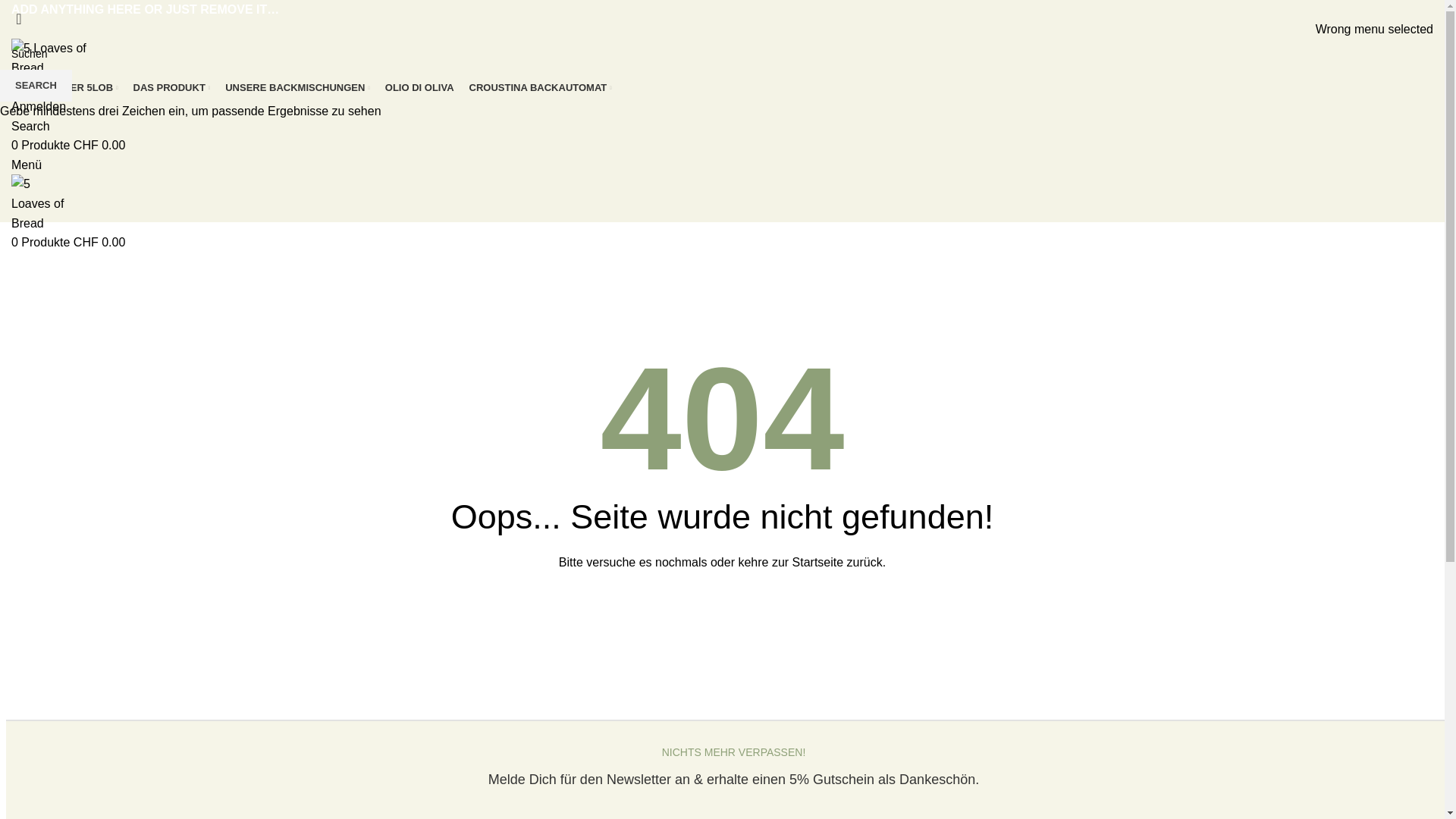  What do you see at coordinates (67, 145) in the screenshot?
I see `'0 Produkte CHF 0.00'` at bounding box center [67, 145].